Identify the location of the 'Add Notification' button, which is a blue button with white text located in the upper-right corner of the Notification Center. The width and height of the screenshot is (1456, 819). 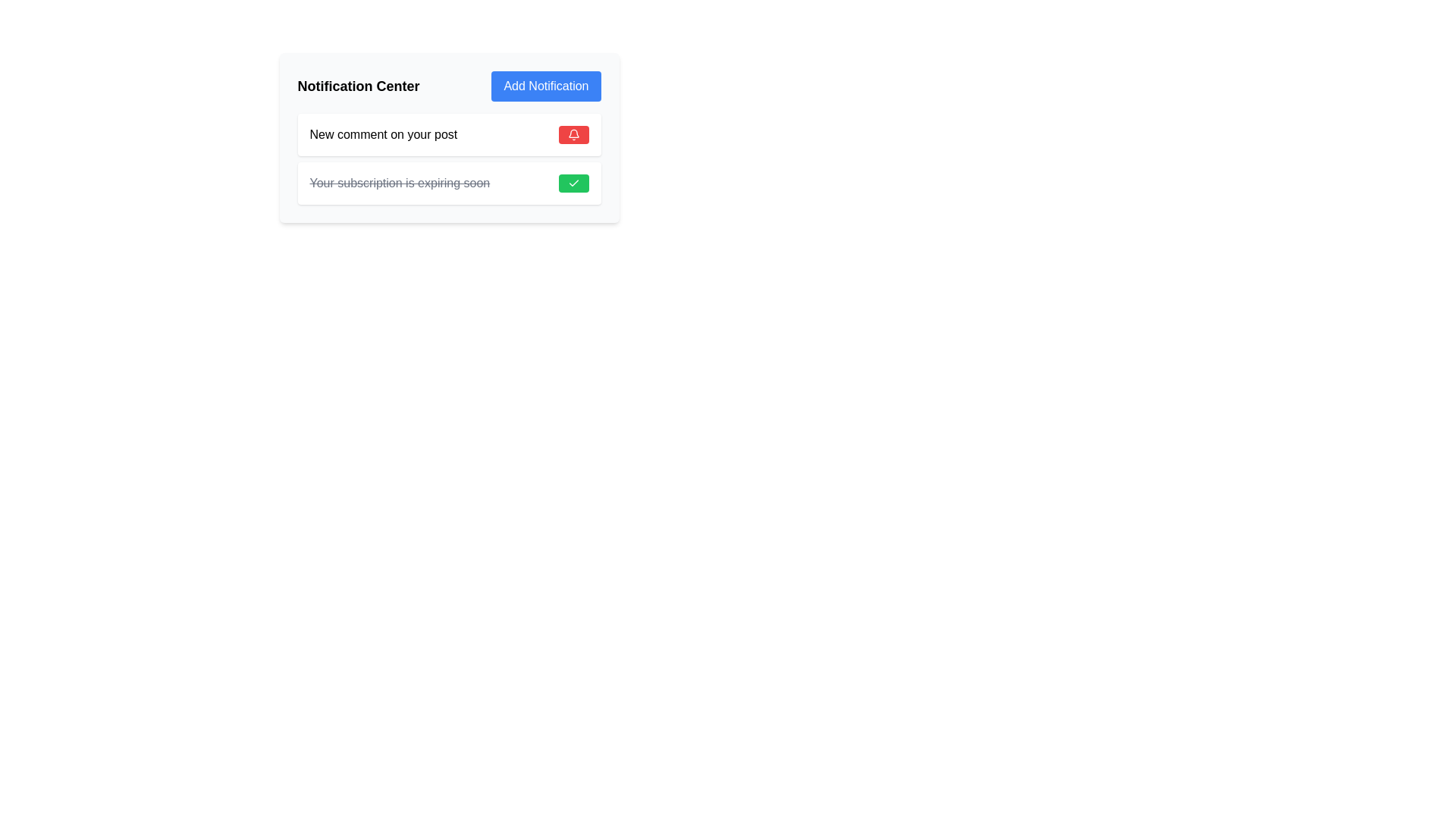
(546, 86).